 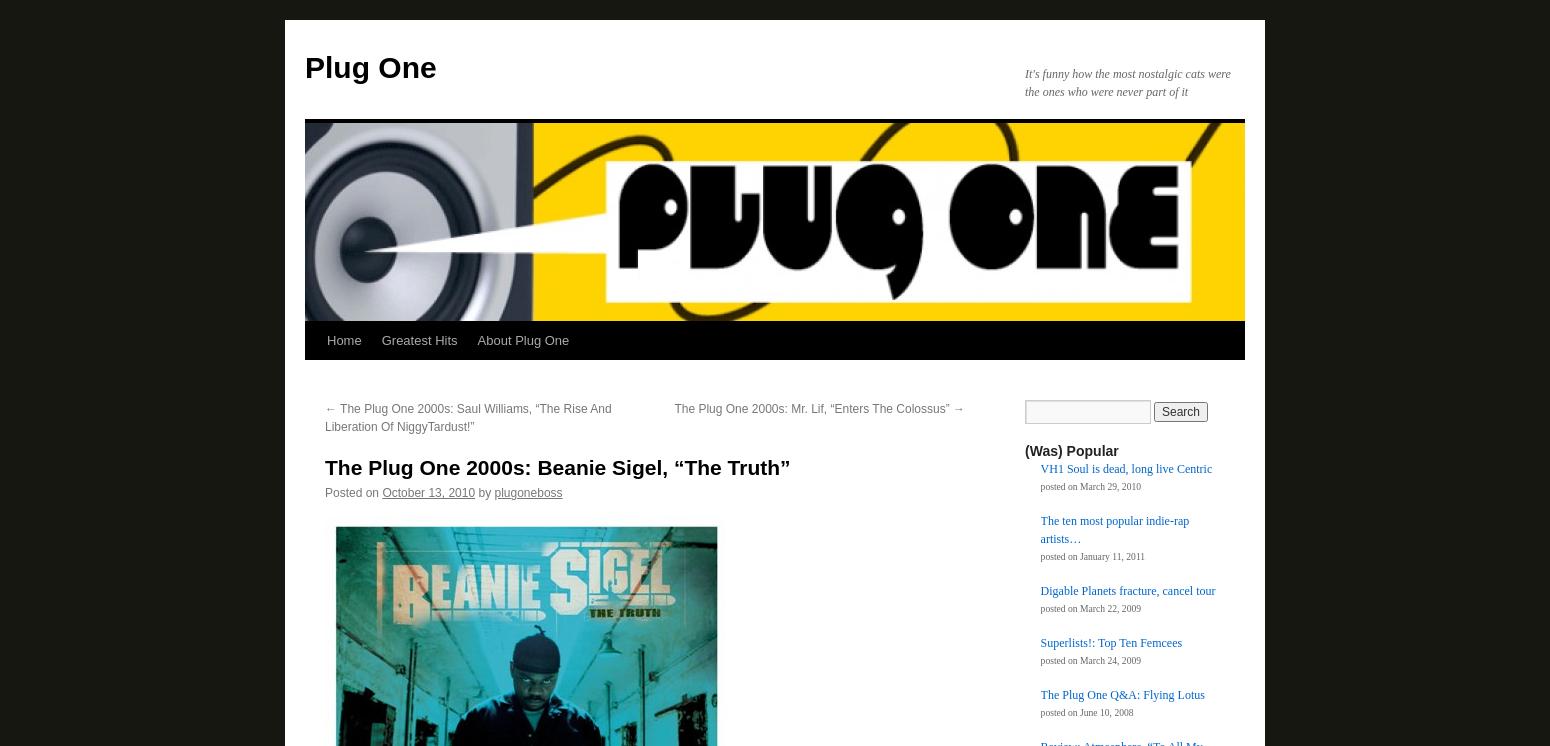 What do you see at coordinates (1089, 659) in the screenshot?
I see `'posted on March 24, 2009'` at bounding box center [1089, 659].